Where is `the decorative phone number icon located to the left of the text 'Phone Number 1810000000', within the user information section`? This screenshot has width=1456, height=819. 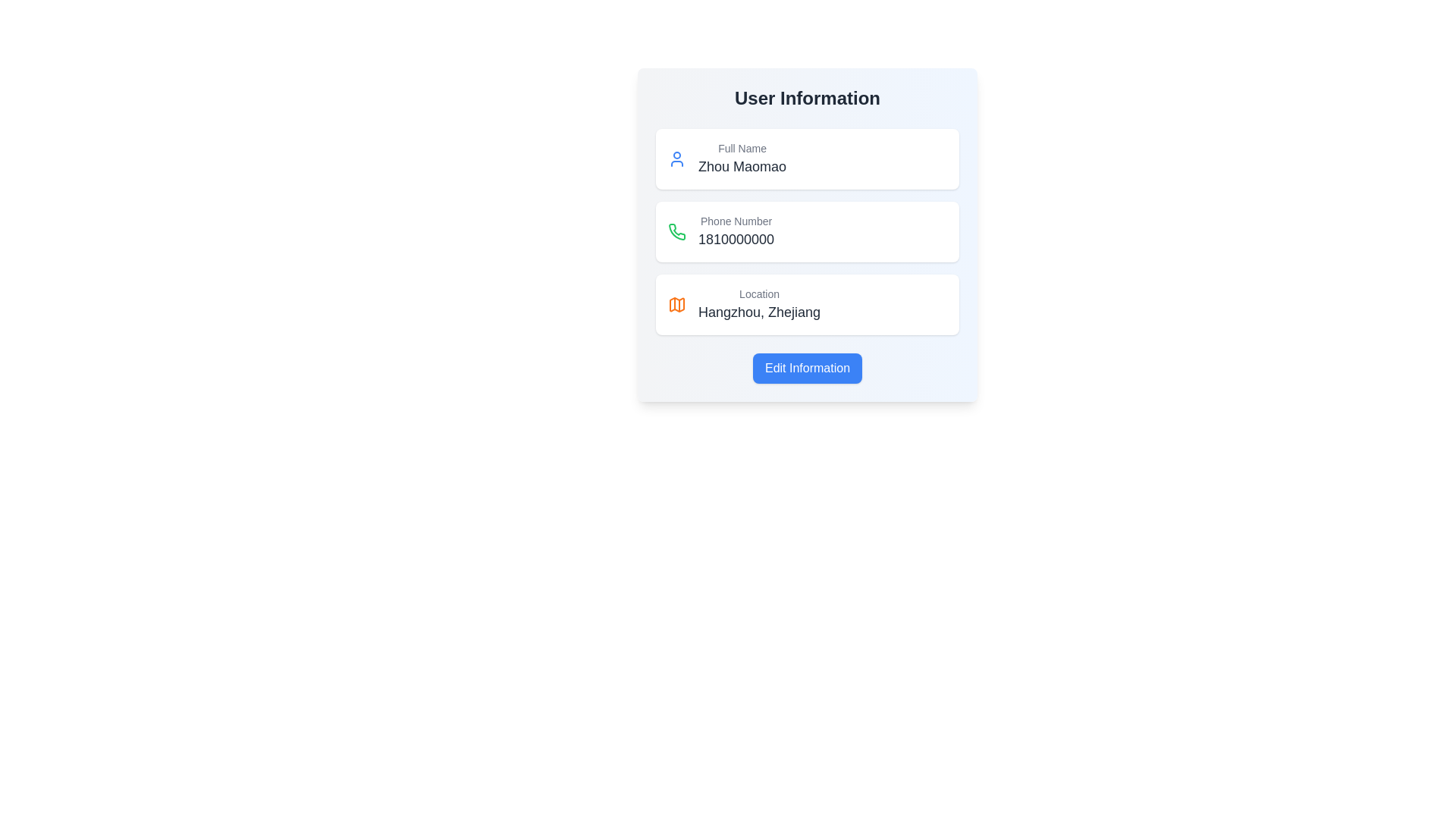 the decorative phone number icon located to the left of the text 'Phone Number 1810000000', within the user information section is located at coordinates (676, 231).